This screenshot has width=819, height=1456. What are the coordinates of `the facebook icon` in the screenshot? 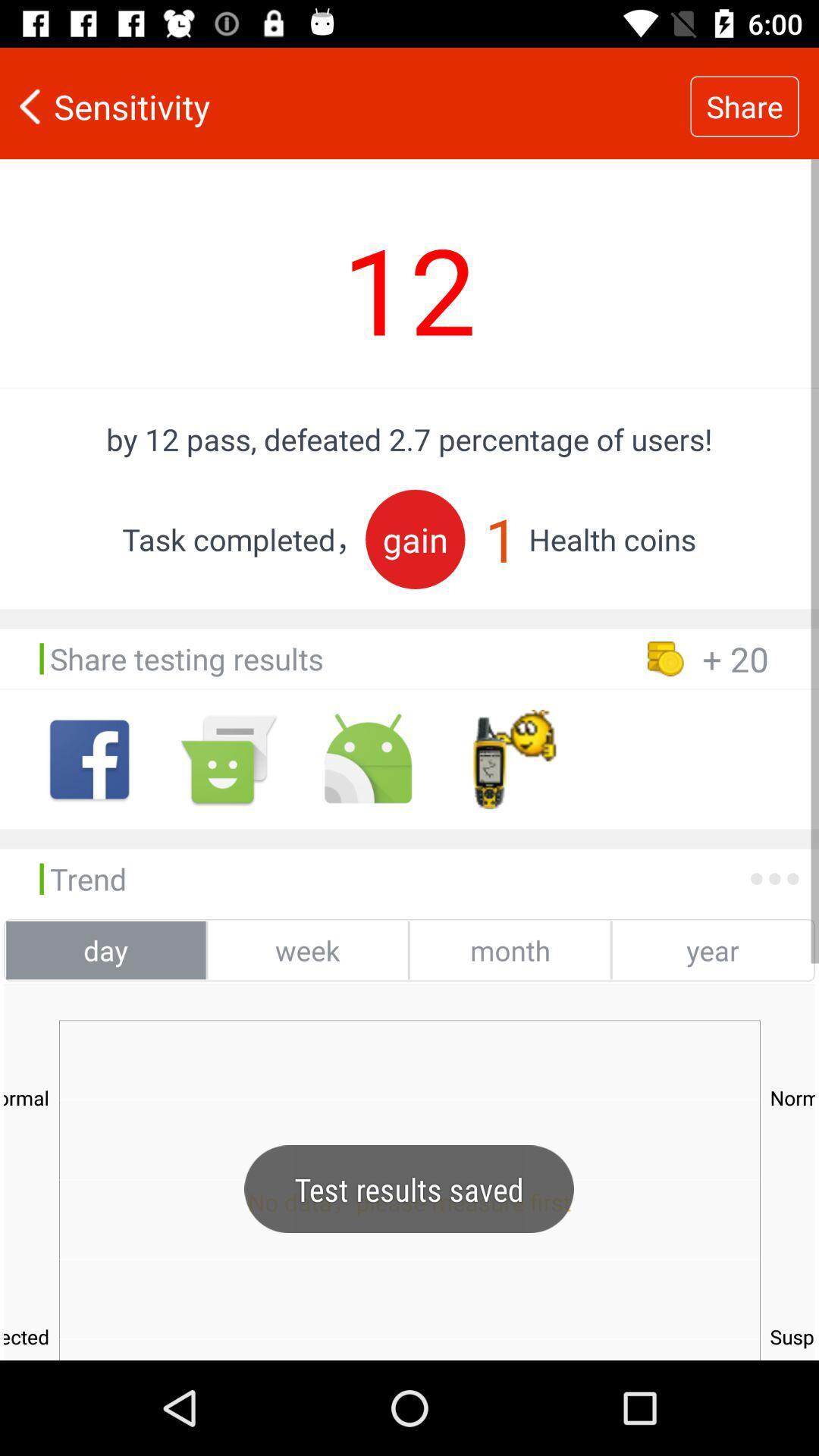 It's located at (89, 759).